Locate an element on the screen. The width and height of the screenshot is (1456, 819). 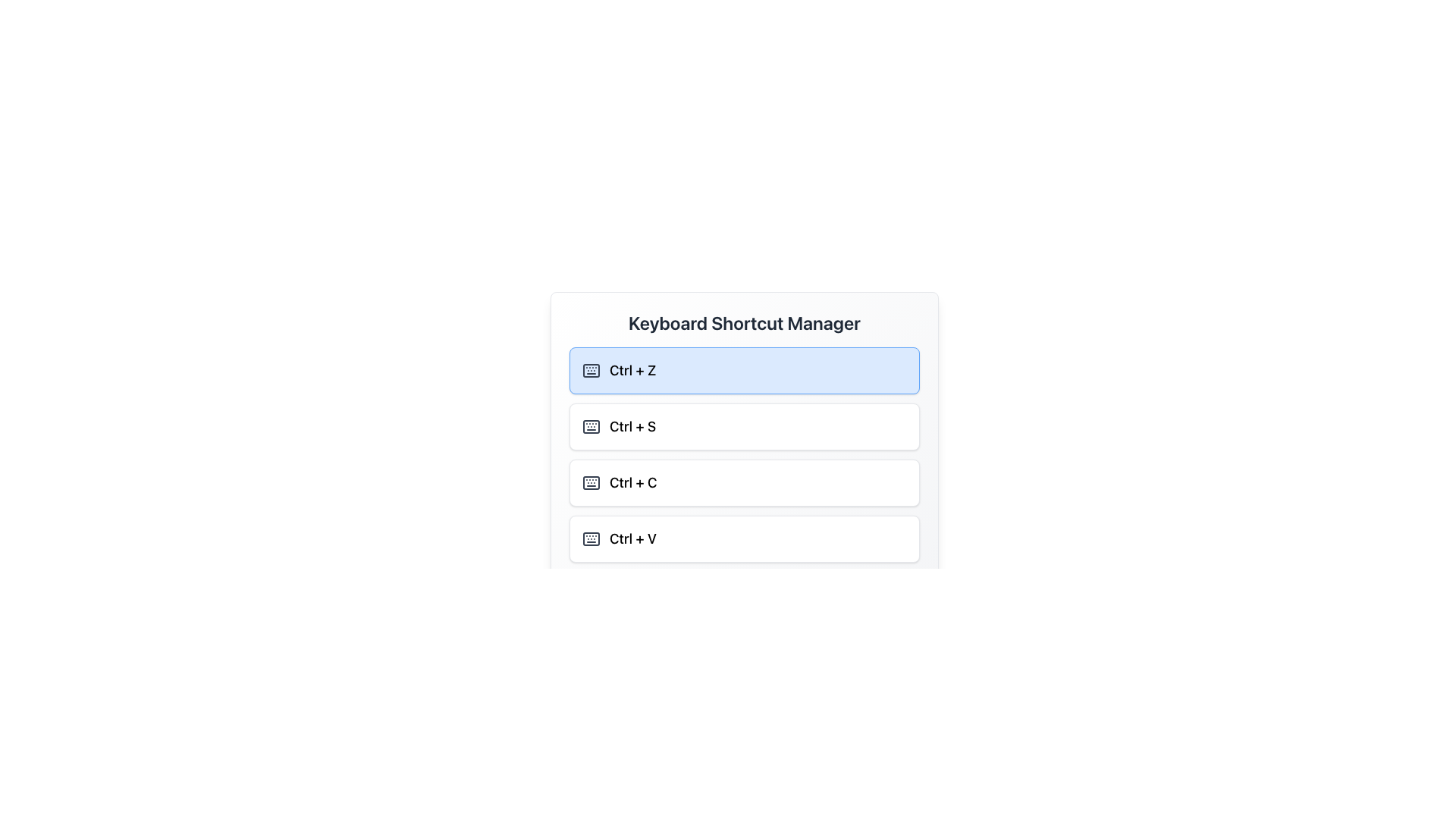
the keyboard icon for the 'Ctrl + Z' shortcut in the Keyboard Shortcut Manager, which is a gray rectangular element with rounded corners and an SVG design of a keyboard layout is located at coordinates (590, 538).